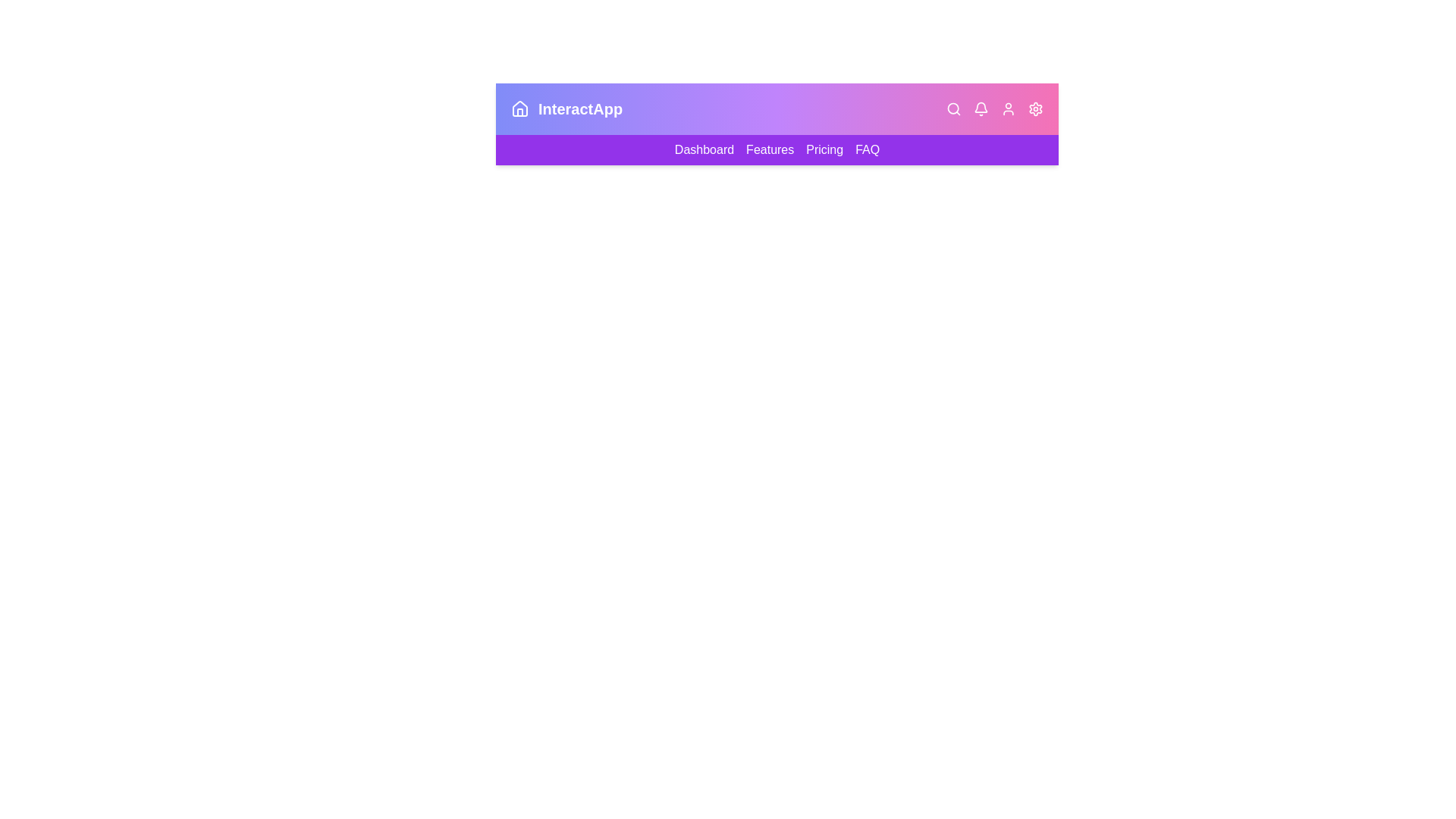  I want to click on the user icon to open the user menu or profile, so click(1008, 108).